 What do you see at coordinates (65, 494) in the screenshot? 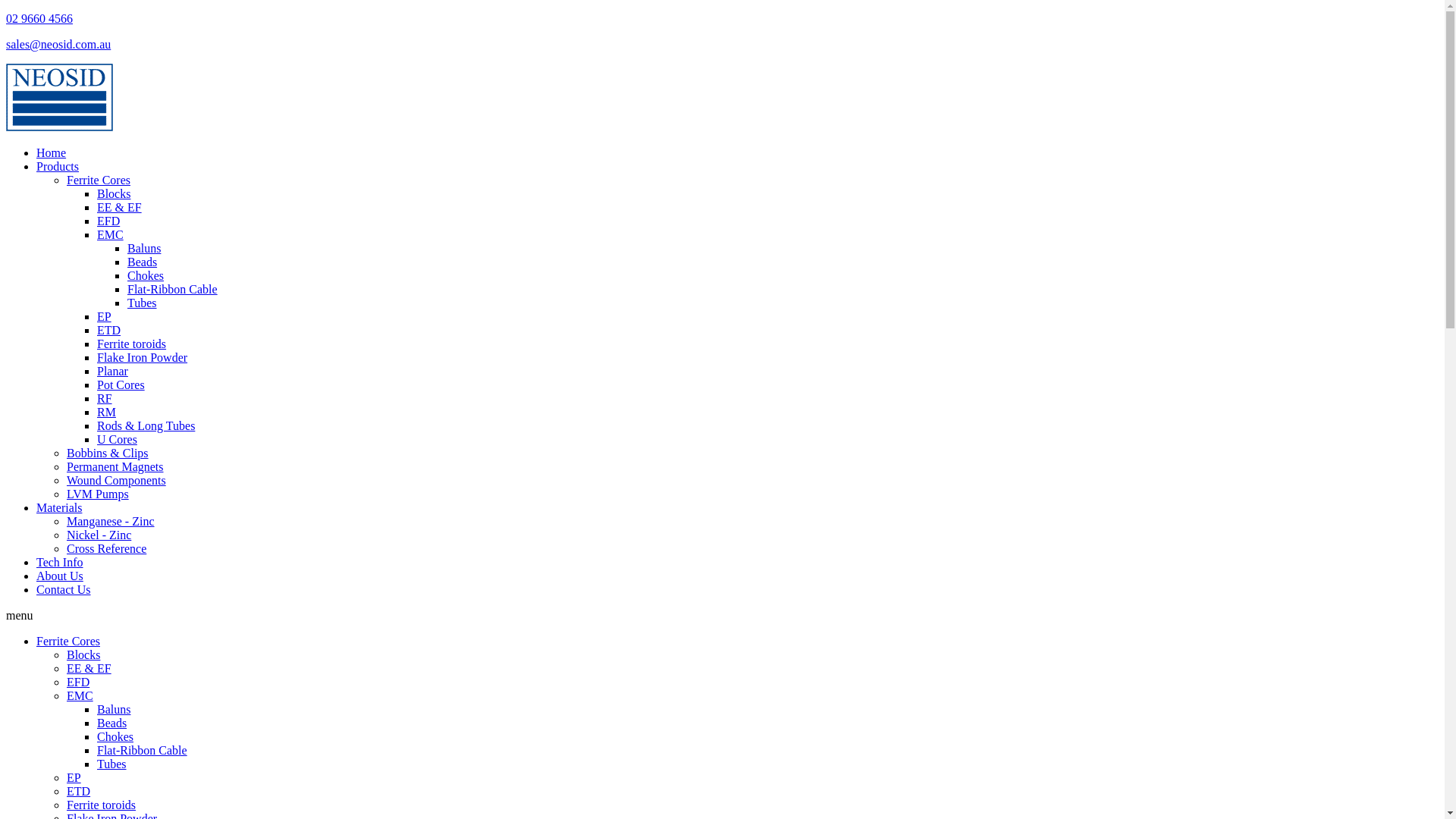
I see `'LVM Pumps'` at bounding box center [65, 494].